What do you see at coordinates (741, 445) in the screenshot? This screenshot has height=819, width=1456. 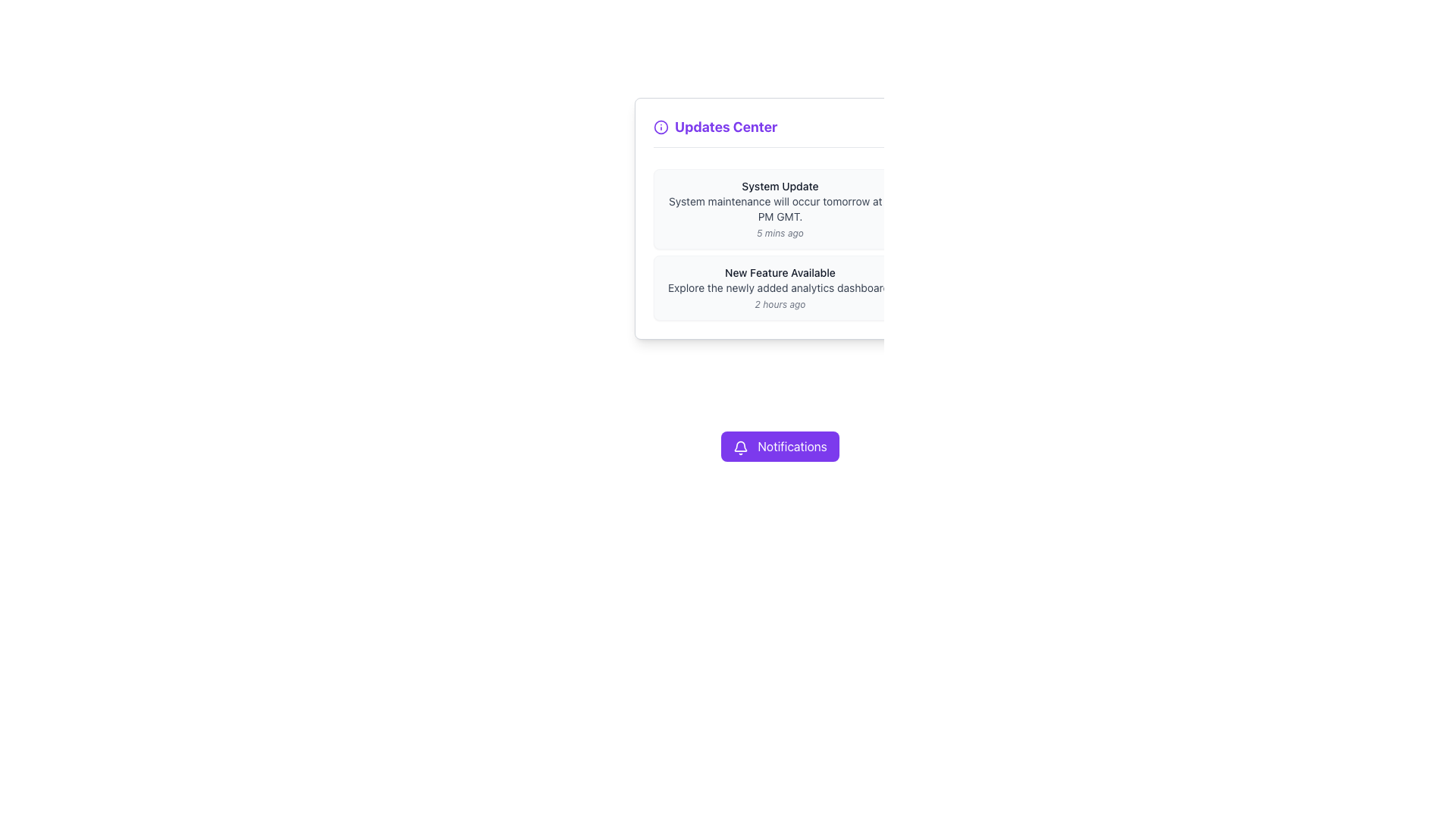 I see `the Notification Bell icon, which is part of a purple rectangular button labeled 'Notifications' at the bottom of the interface` at bounding box center [741, 445].